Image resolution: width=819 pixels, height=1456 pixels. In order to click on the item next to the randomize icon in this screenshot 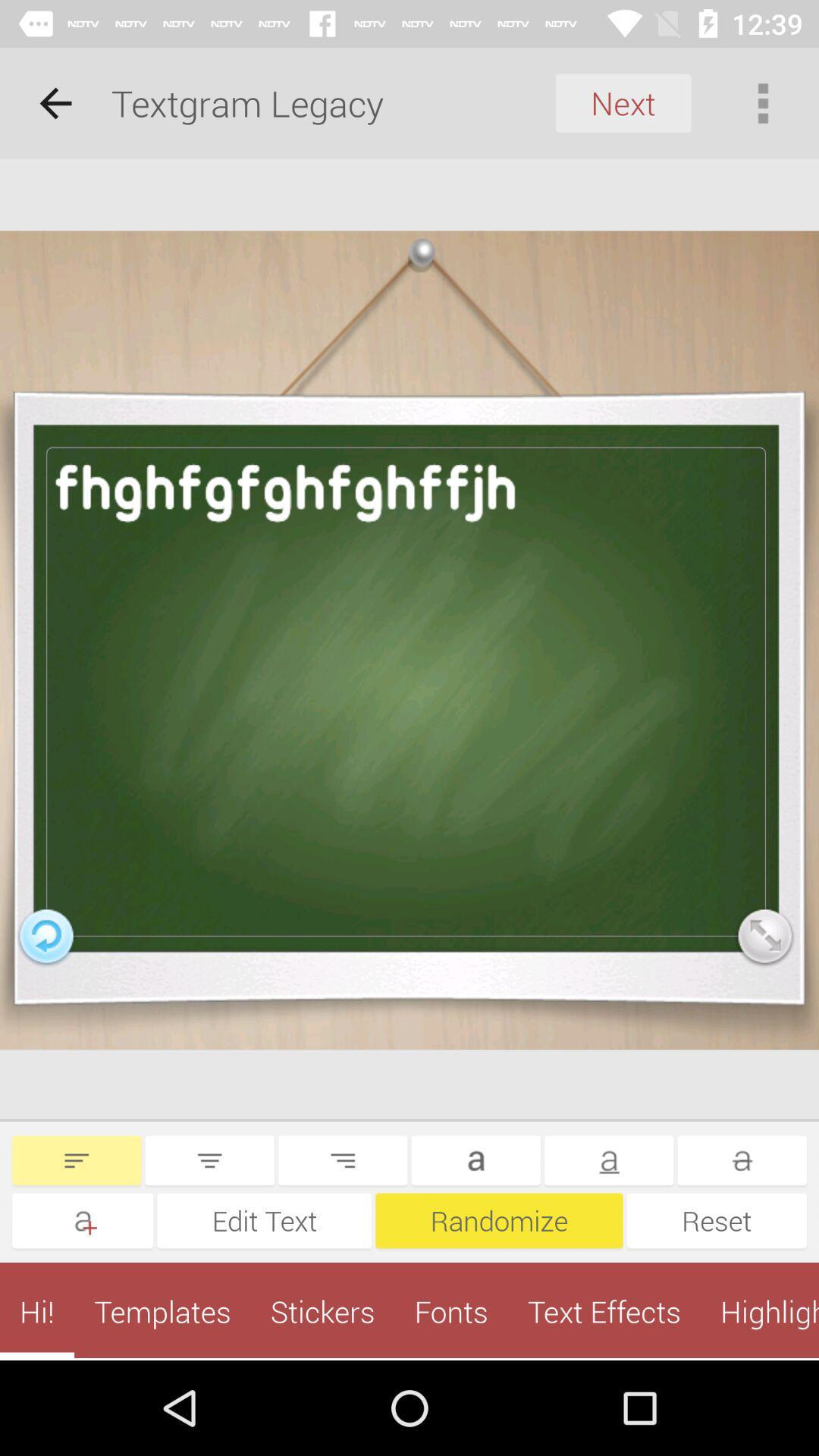, I will do `click(717, 1220)`.